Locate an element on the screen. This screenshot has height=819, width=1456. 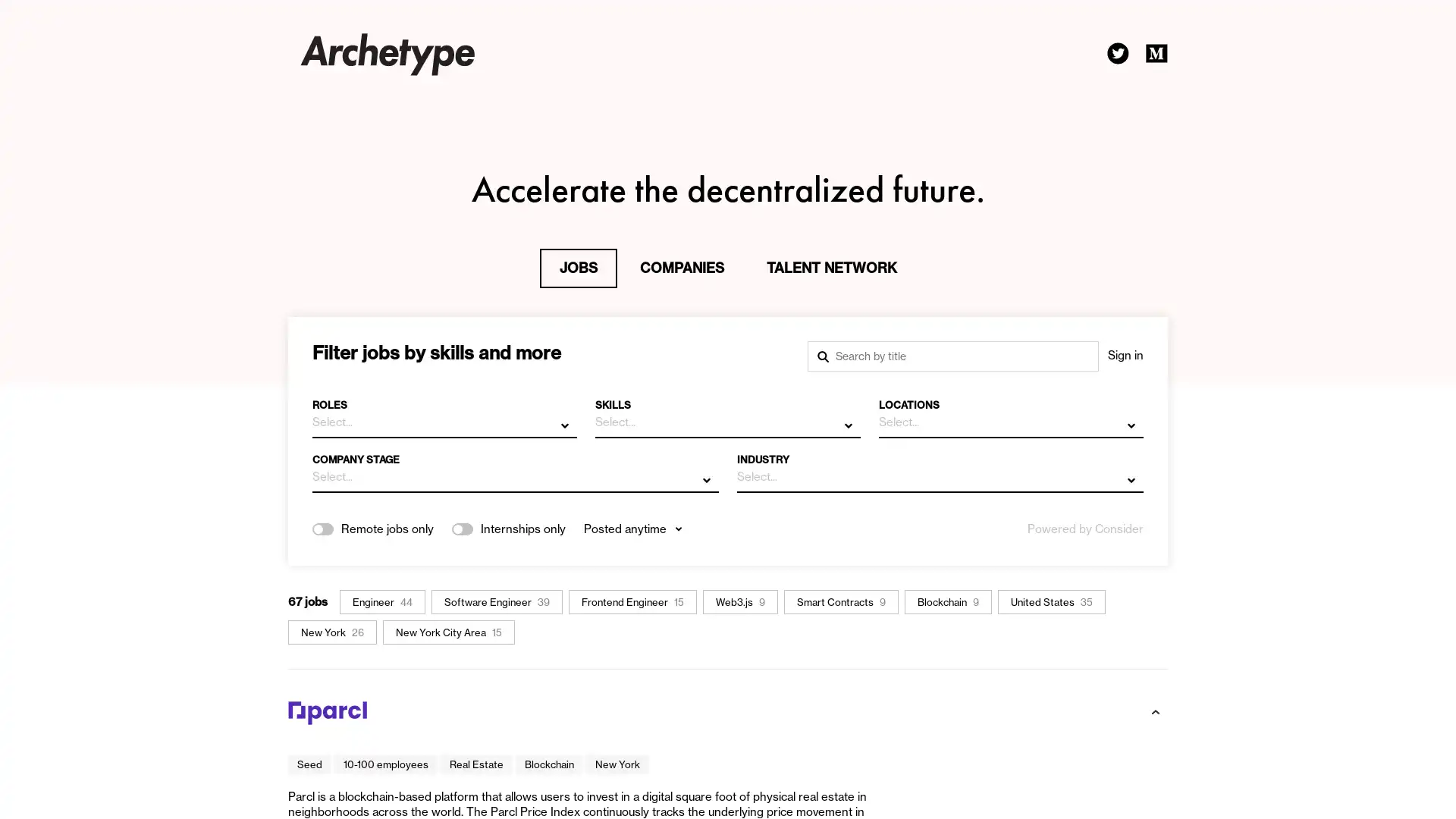
INDUSTRY Select... is located at coordinates (939, 467).